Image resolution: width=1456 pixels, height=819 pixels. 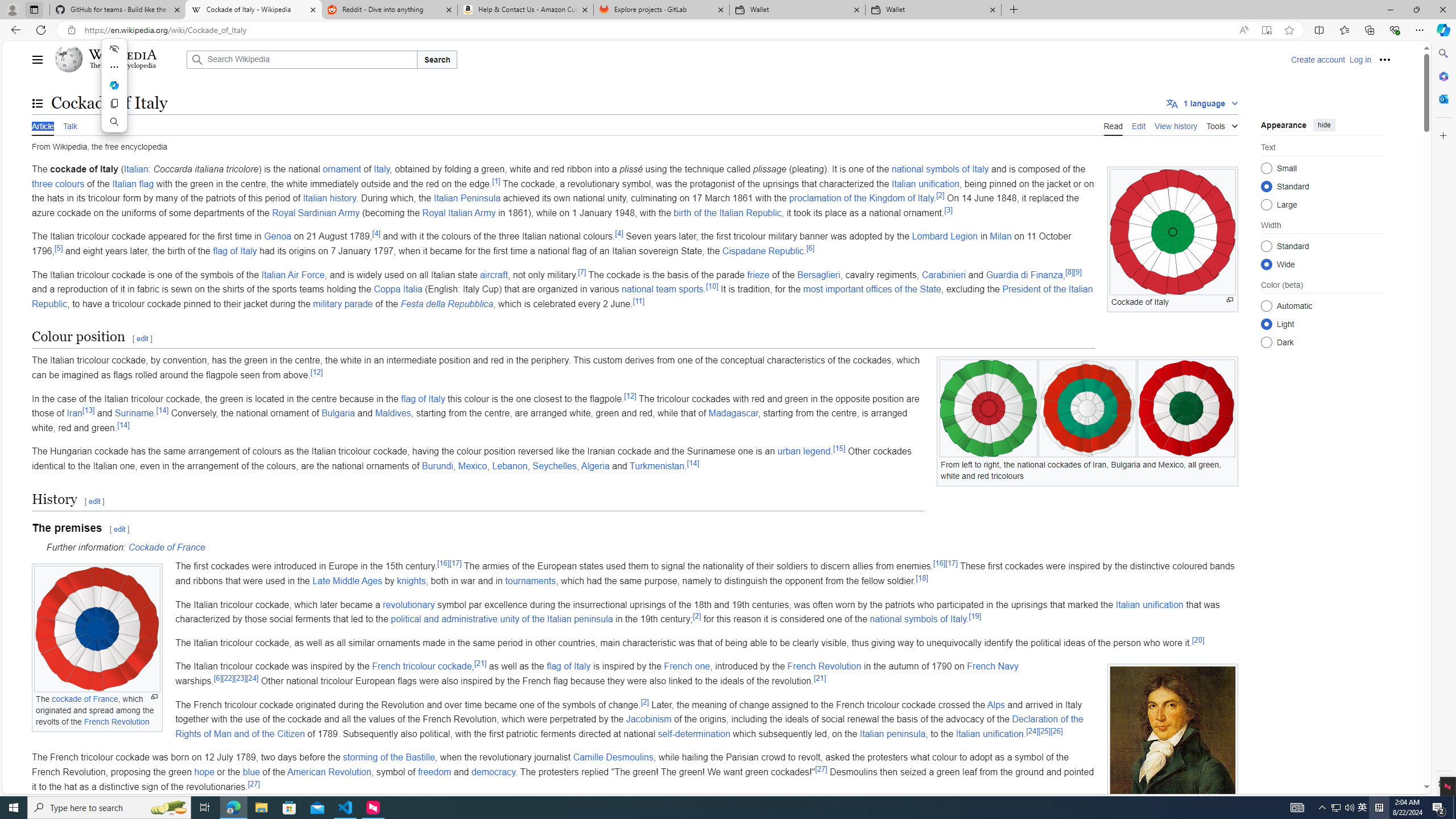 What do you see at coordinates (382, 169) in the screenshot?
I see `'Italy'` at bounding box center [382, 169].